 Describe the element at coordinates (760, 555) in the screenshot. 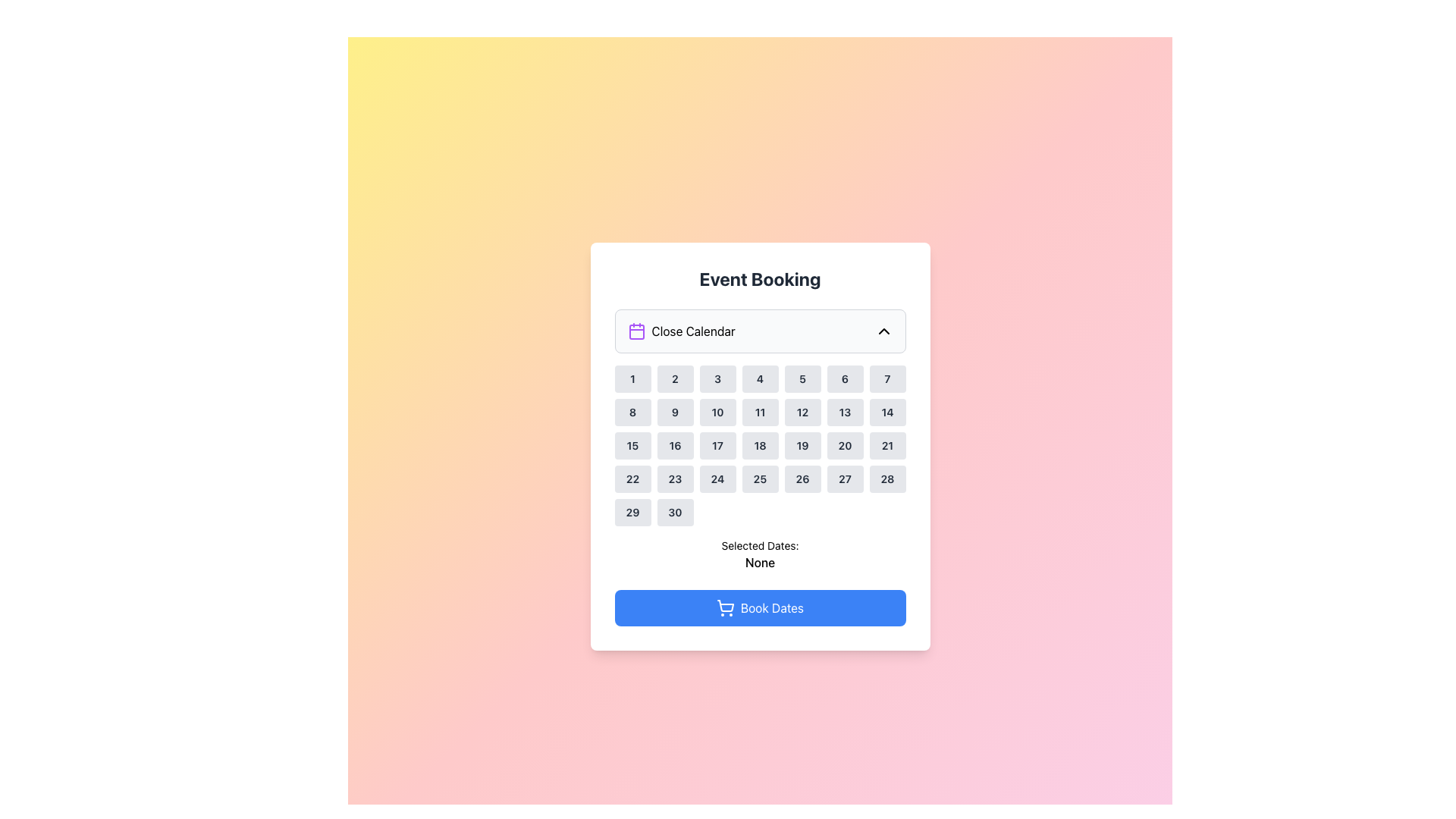

I see `the Text display component that indicates the currently selected dates in the 'Event Booking' UI, located below the calendar grid and above the 'Book Dates' button` at that location.